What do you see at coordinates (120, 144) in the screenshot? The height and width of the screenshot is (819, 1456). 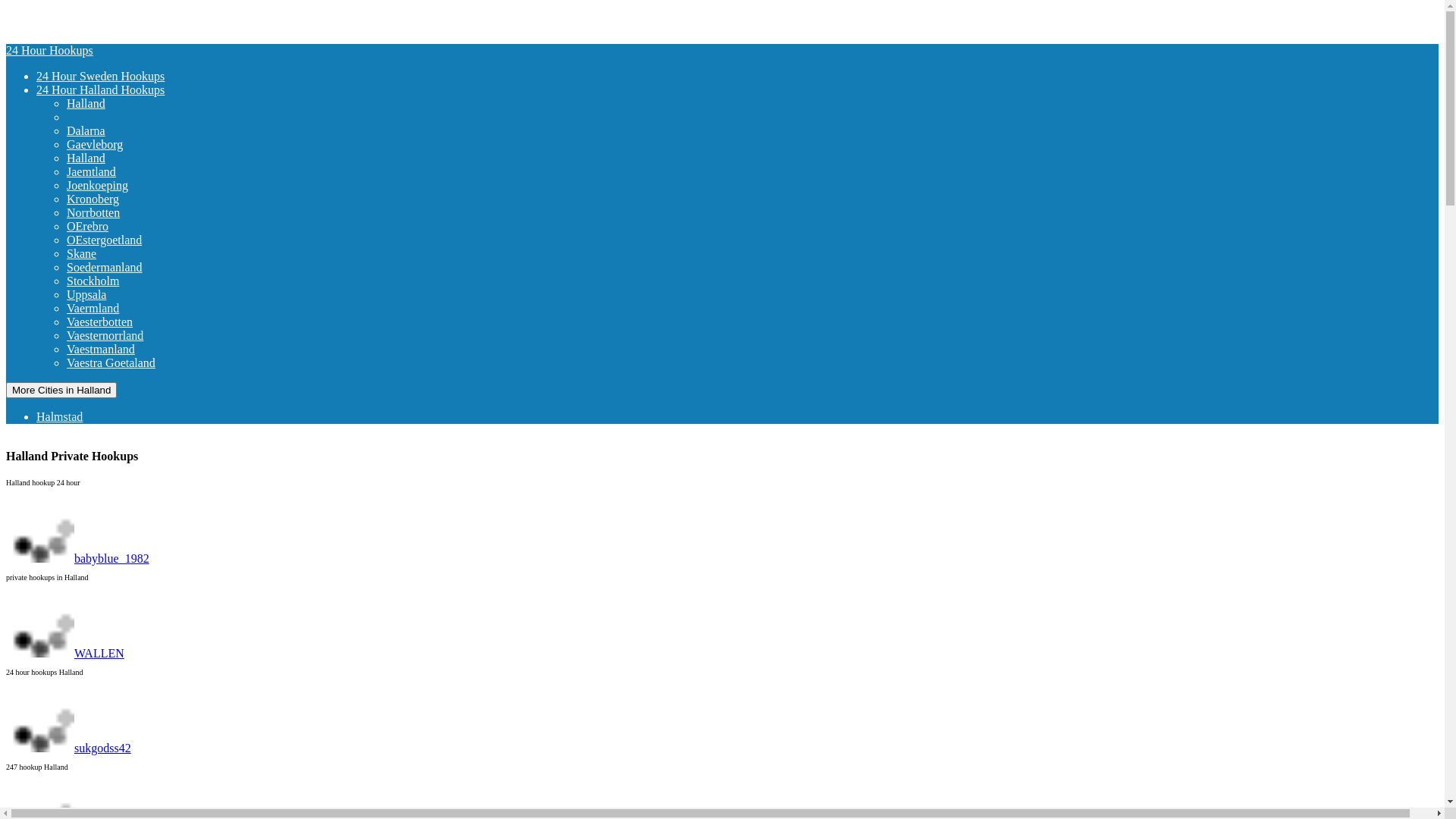 I see `'Gaevleborg'` at bounding box center [120, 144].